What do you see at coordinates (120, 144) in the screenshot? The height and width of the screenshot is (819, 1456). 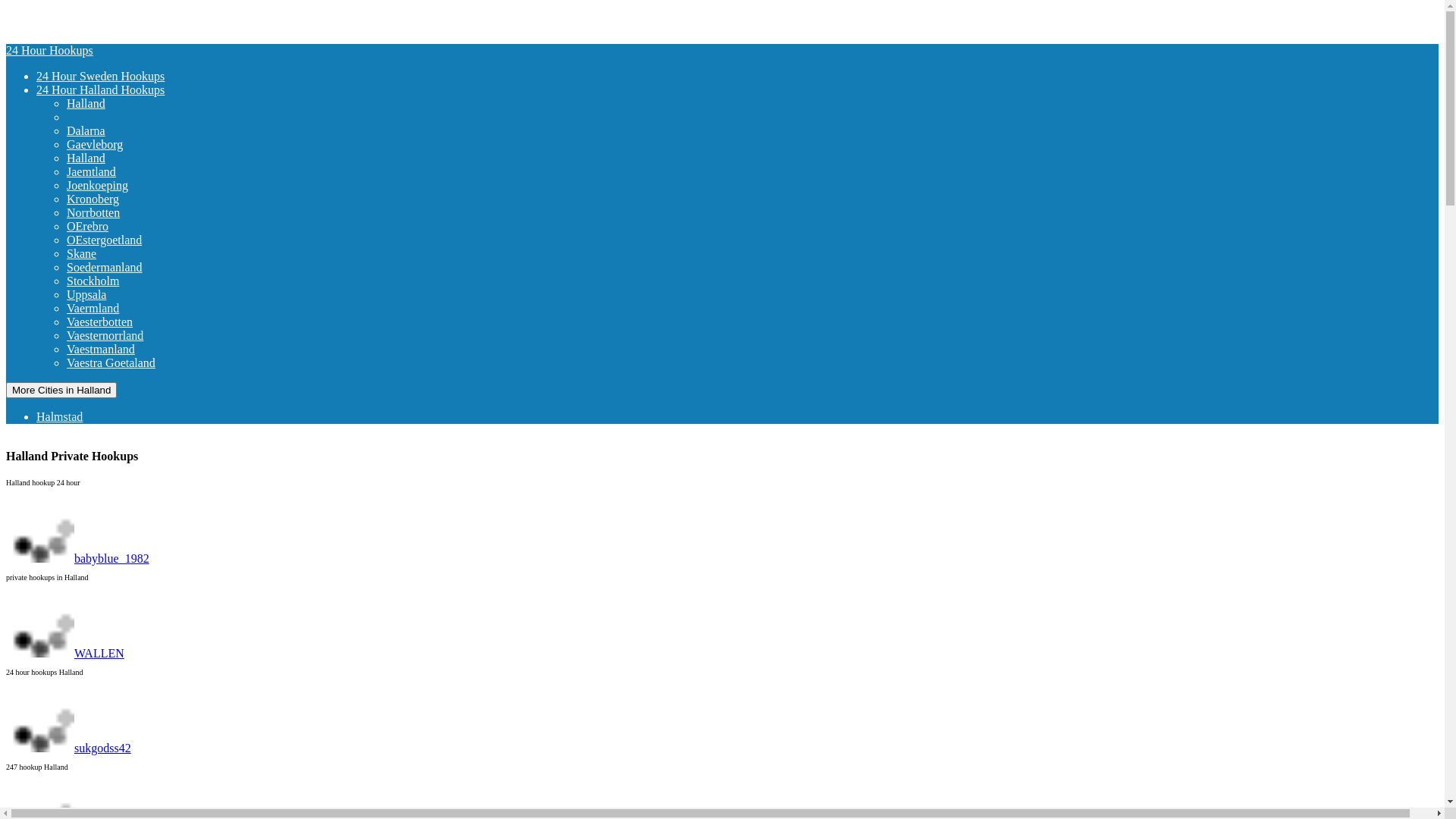 I see `'Gaevleborg'` at bounding box center [120, 144].